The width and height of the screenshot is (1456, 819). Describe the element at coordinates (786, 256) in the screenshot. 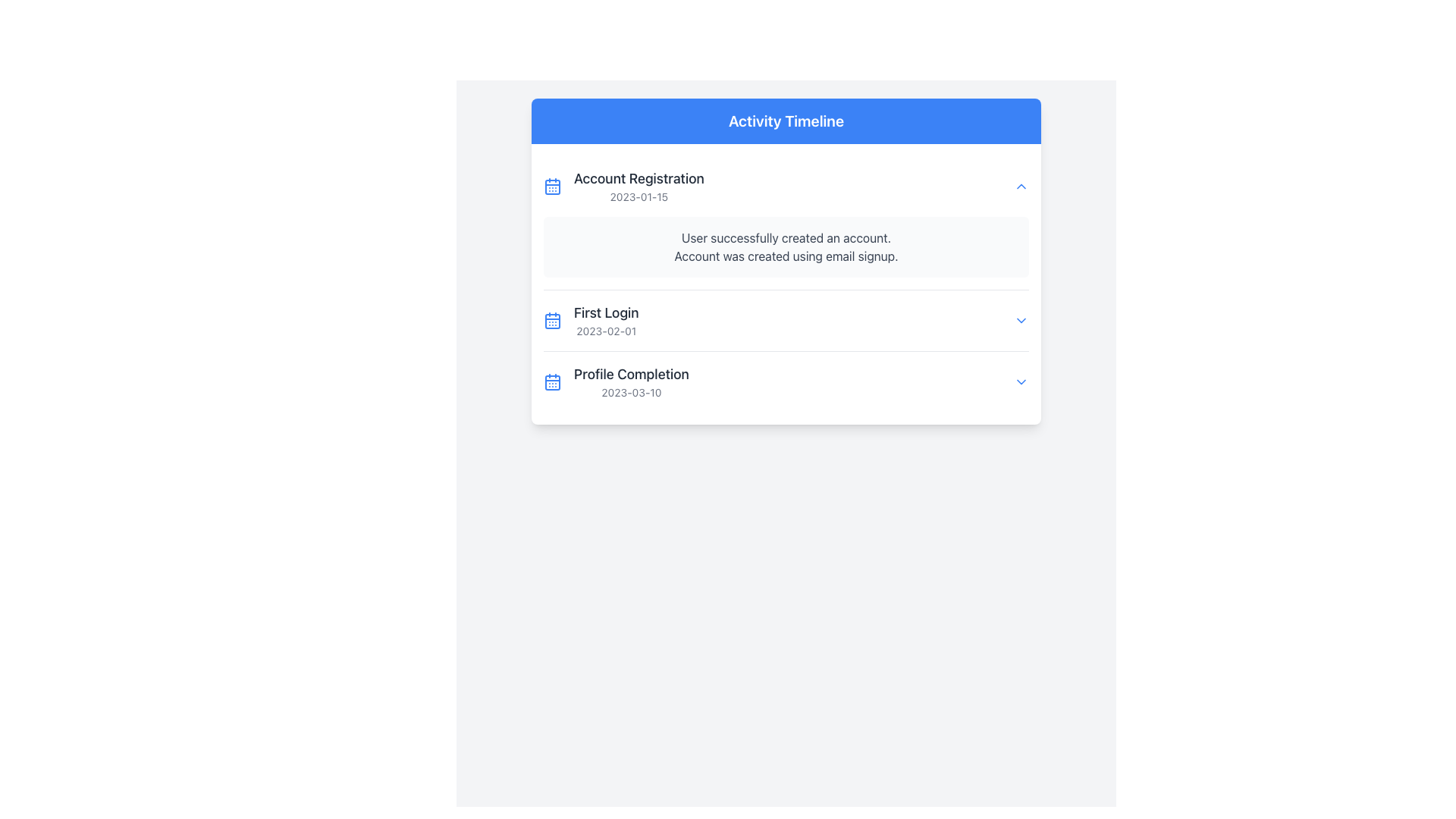

I see `the notification Text Label that provides information about the account creation method, located below the message 'User successfully created an account.'` at that location.